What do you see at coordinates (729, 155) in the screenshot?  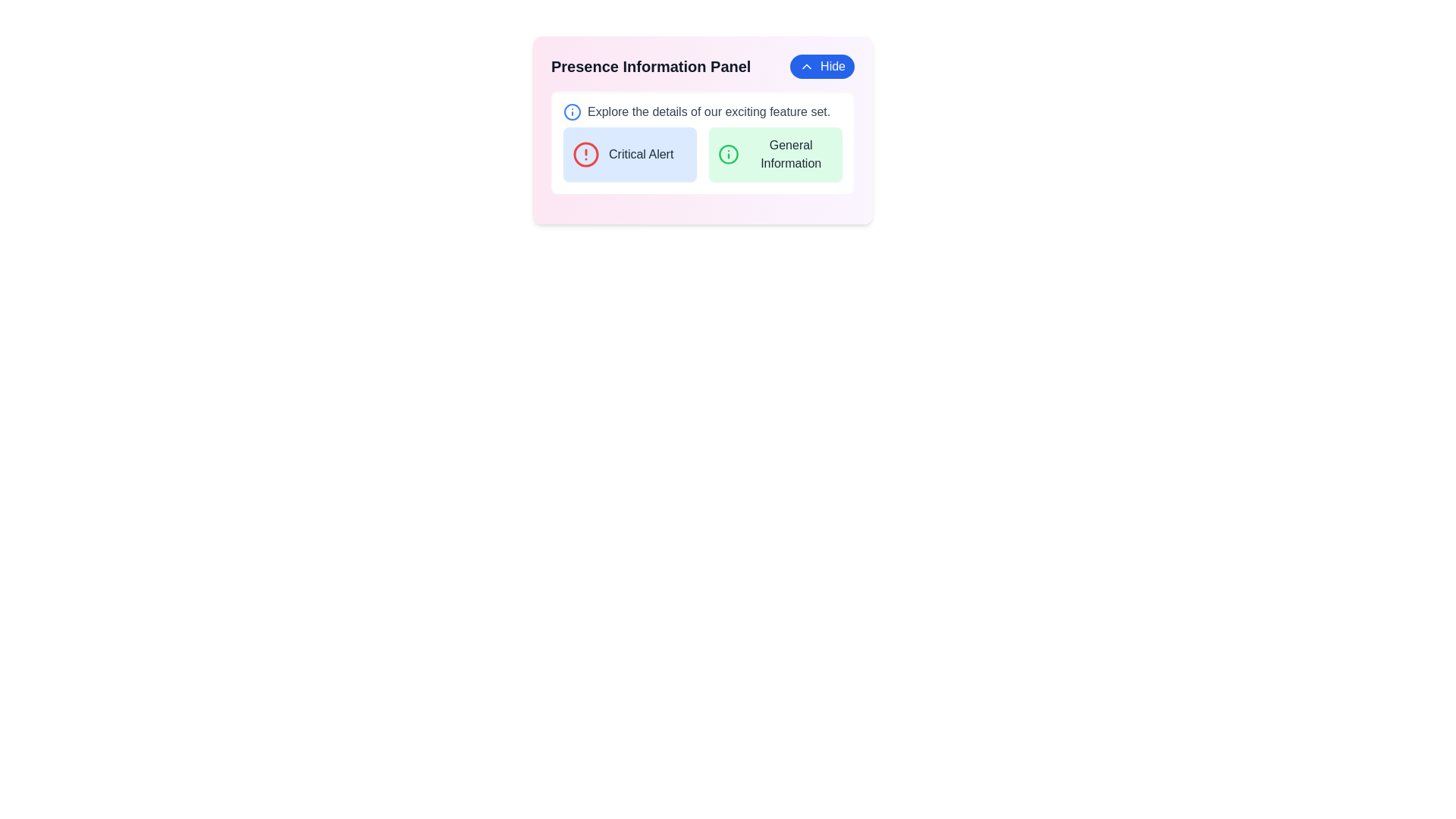 I see `the SVG circle element that represents general or neutral information, located on the right side of the panel labeled 'General Information.'` at bounding box center [729, 155].